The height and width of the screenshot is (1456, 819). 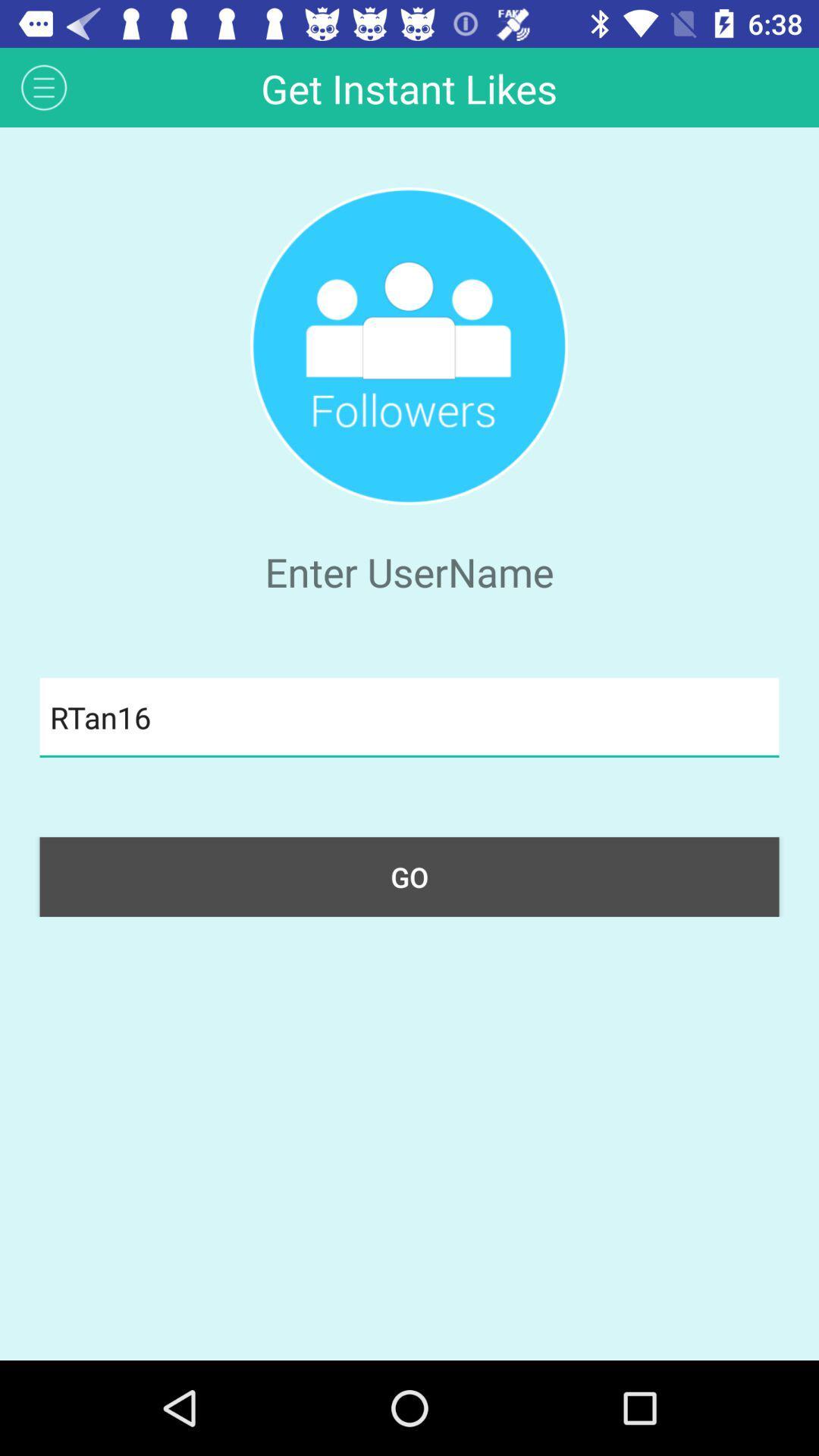 I want to click on go item, so click(x=409, y=877).